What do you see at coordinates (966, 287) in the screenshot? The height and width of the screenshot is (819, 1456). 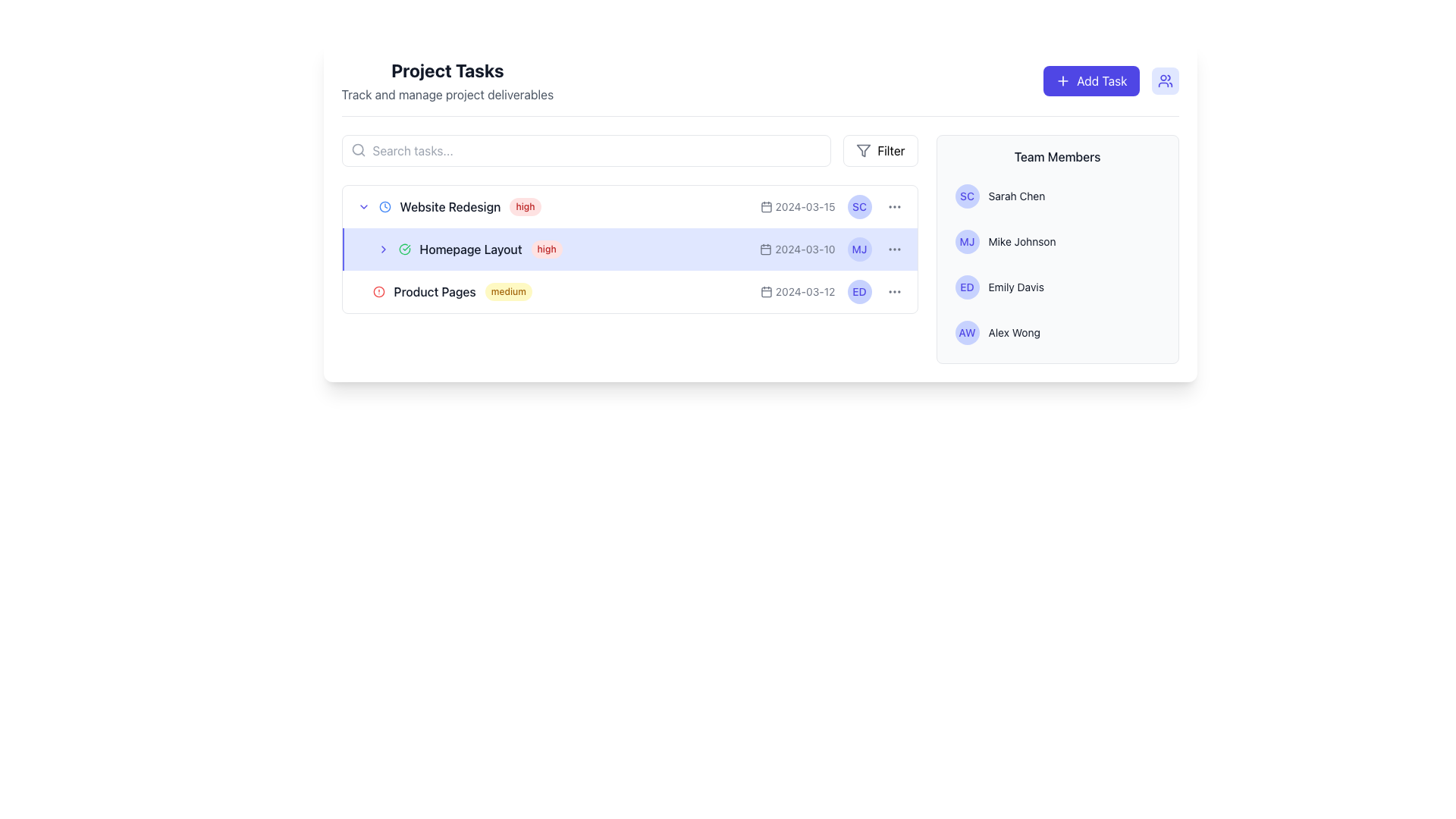 I see `the profile badge representing 'Emily Davis', located` at bounding box center [966, 287].